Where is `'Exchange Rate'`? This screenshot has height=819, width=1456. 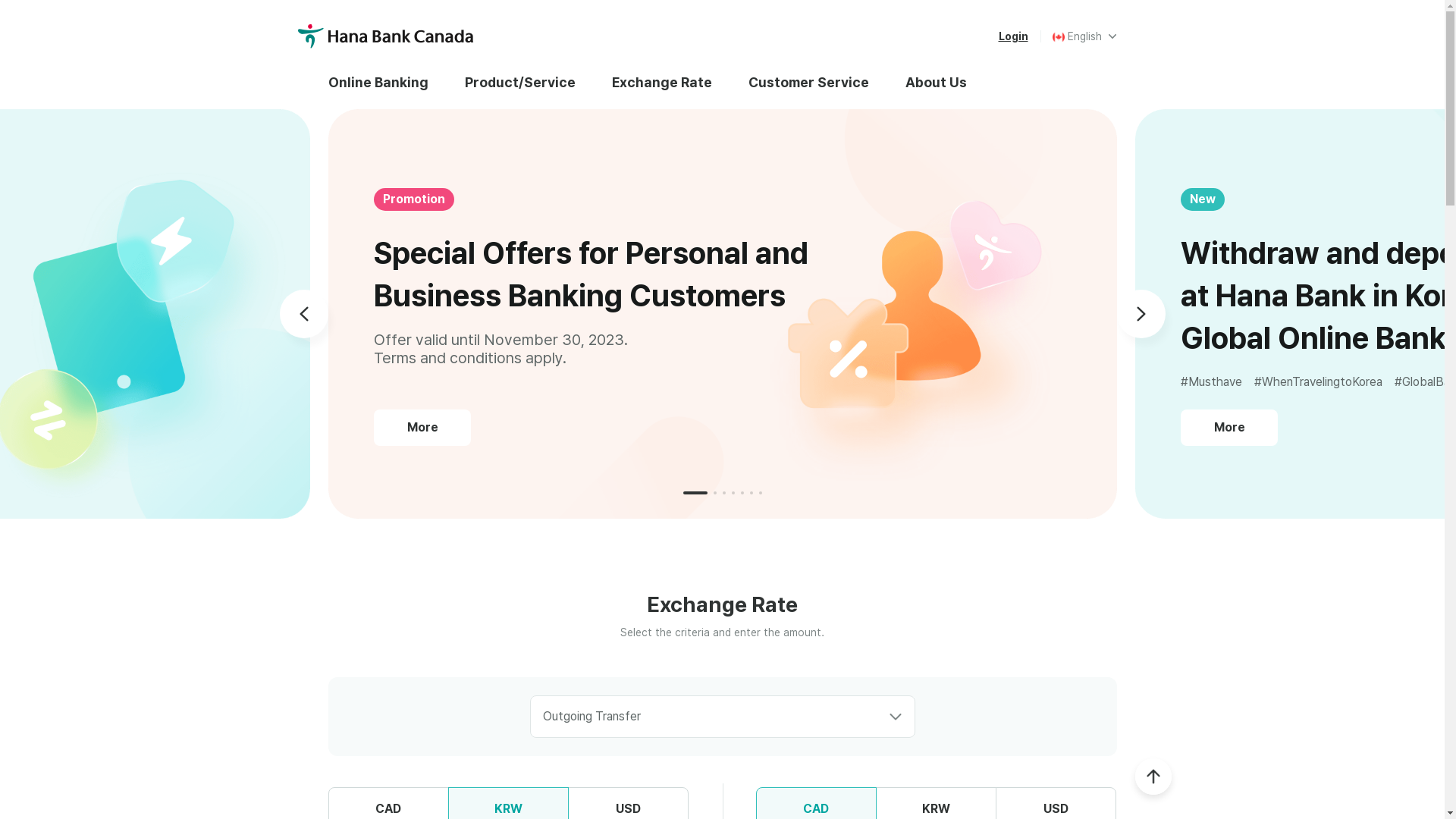
'Exchange Rate' is located at coordinates (592, 82).